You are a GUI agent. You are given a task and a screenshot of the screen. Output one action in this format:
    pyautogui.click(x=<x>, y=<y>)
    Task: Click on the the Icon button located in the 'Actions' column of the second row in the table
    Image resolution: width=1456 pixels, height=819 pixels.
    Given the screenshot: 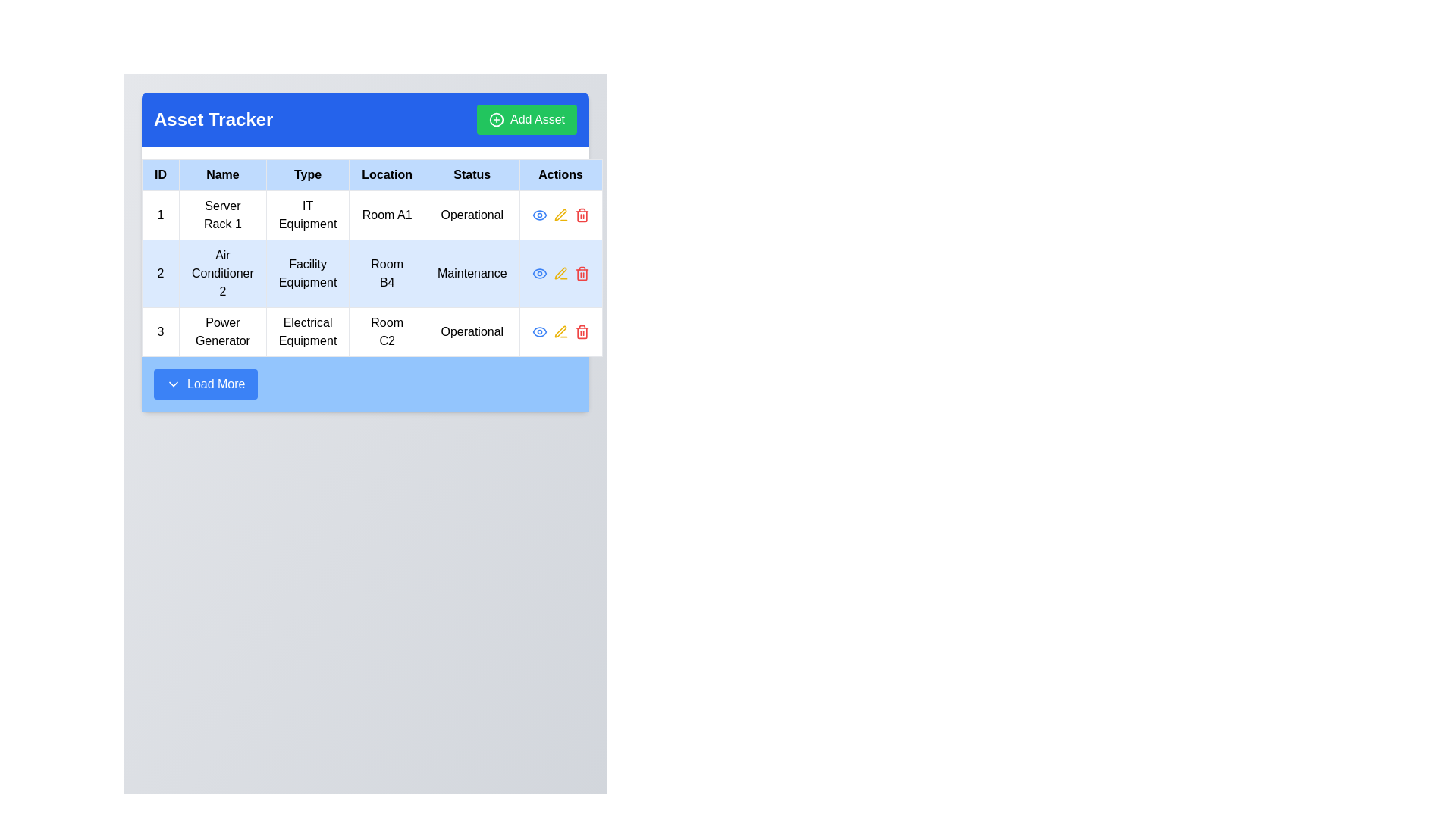 What is the action you would take?
    pyautogui.click(x=539, y=274)
    